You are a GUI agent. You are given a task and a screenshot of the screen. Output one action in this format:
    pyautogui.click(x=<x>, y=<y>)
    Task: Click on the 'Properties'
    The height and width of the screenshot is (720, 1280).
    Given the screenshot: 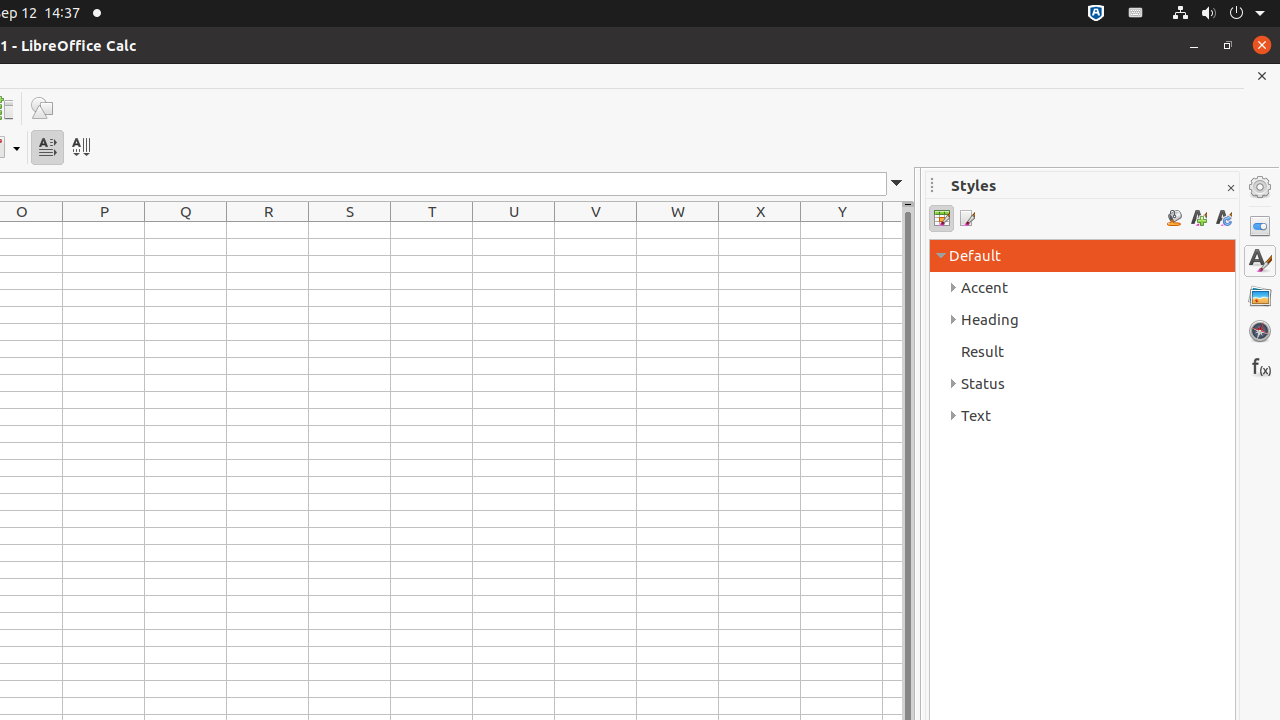 What is the action you would take?
    pyautogui.click(x=1259, y=225)
    